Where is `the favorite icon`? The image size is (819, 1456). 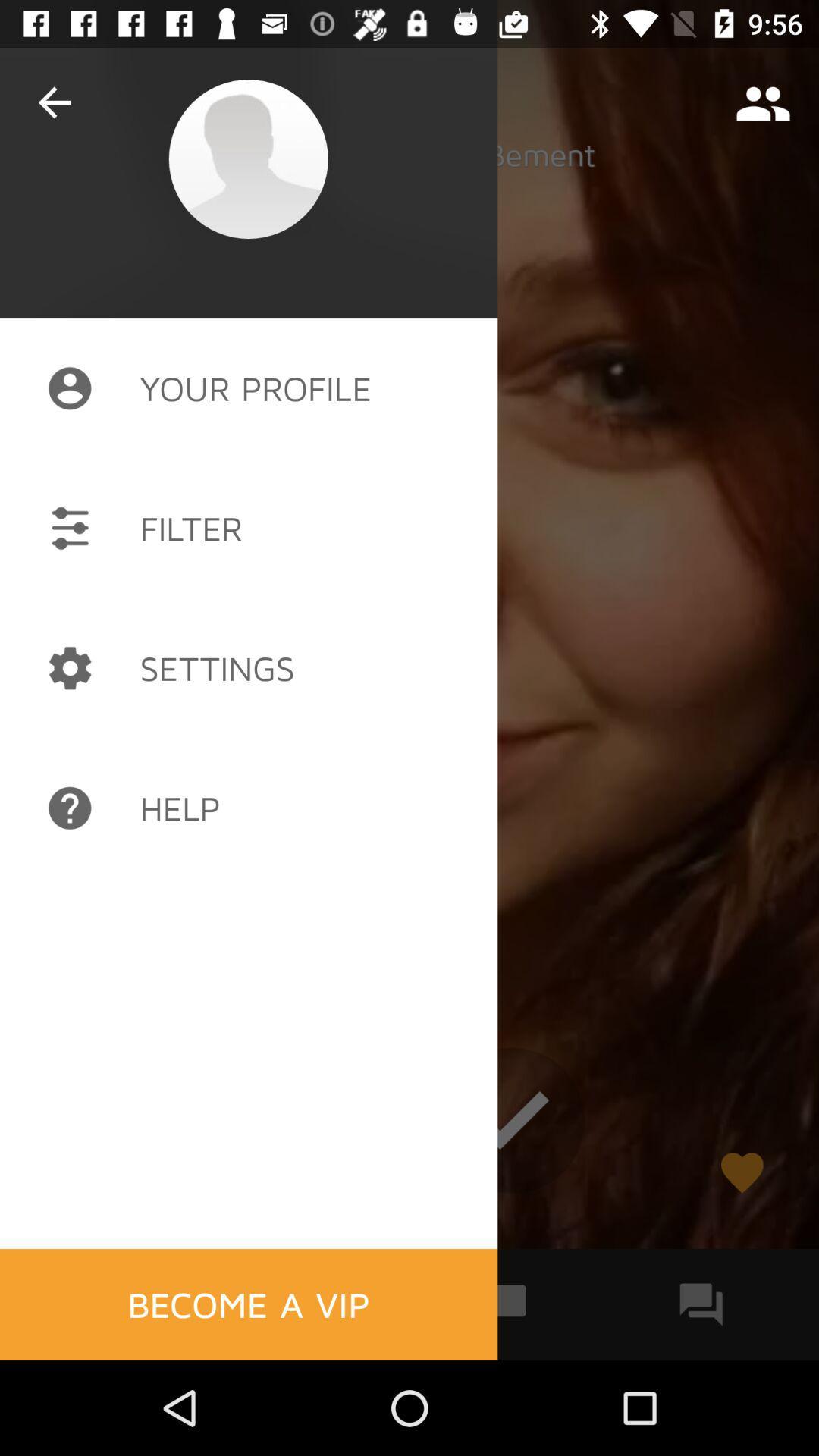
the favorite icon is located at coordinates (741, 1172).